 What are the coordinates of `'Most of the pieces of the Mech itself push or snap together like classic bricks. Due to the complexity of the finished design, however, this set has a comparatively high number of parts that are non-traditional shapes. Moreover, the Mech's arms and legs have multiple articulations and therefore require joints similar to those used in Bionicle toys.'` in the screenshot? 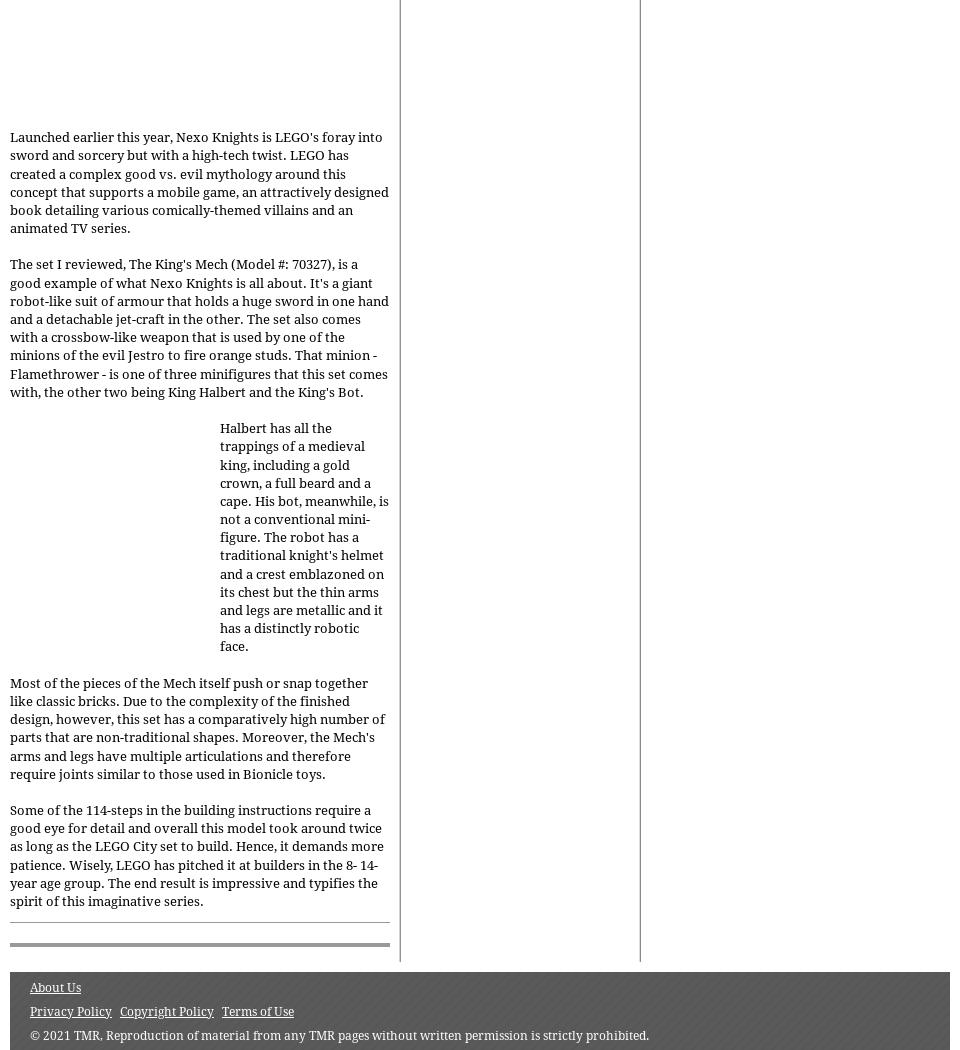 It's located at (197, 726).